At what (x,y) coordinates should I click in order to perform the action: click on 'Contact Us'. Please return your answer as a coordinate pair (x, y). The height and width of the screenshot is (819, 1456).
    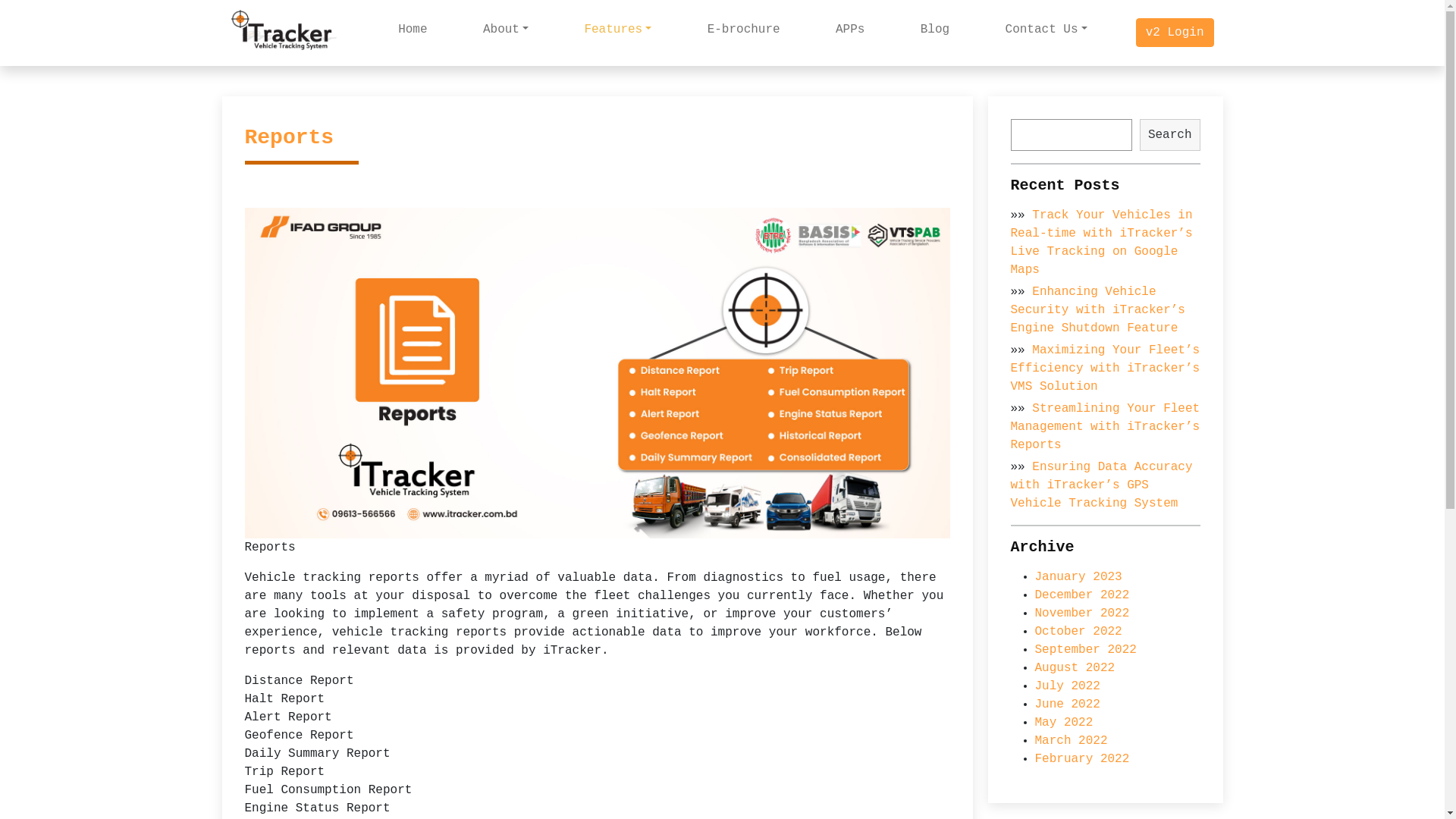
    Looking at the image, I should click on (1046, 29).